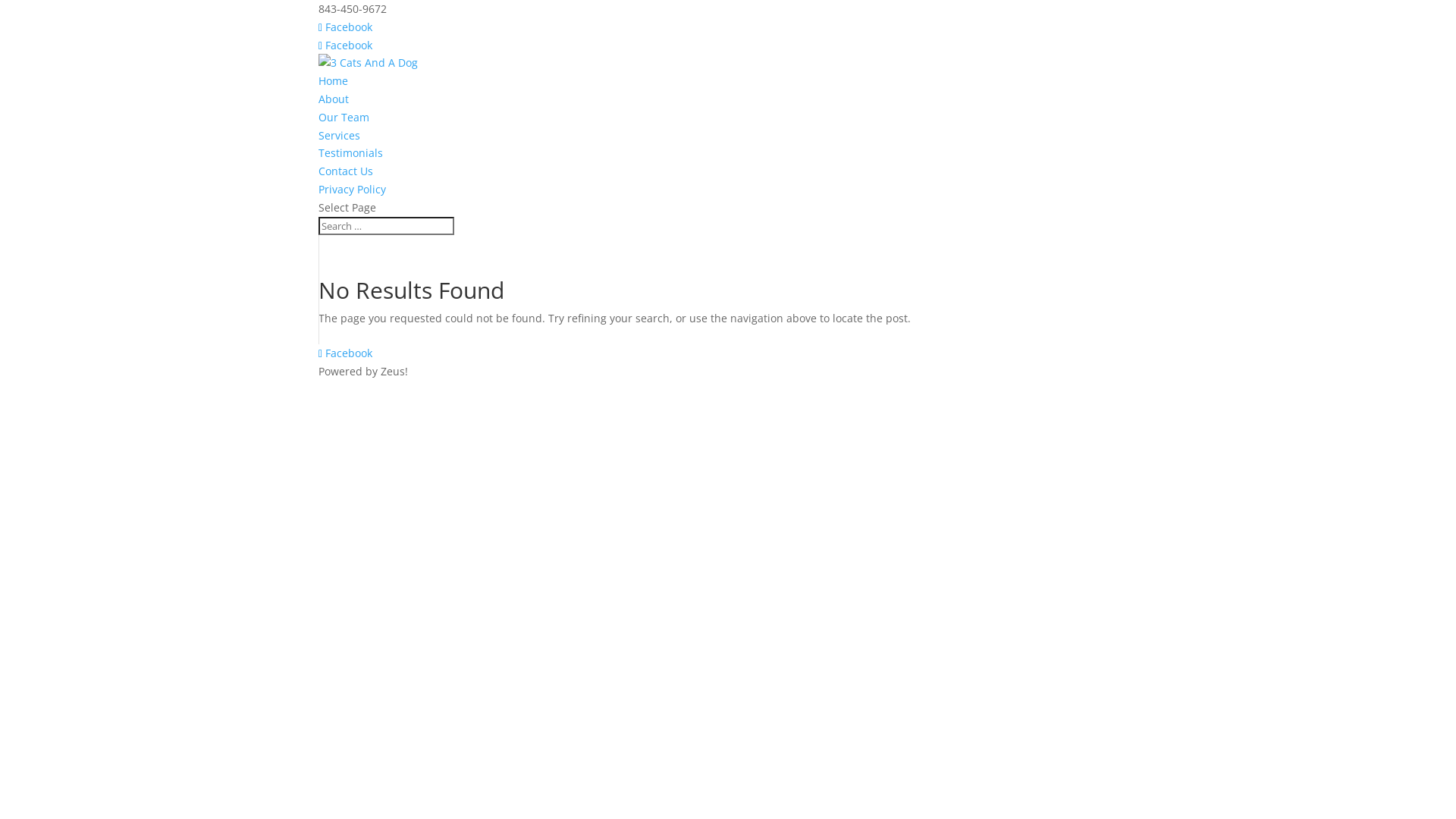 This screenshot has width=1456, height=819. I want to click on 'About', so click(333, 99).